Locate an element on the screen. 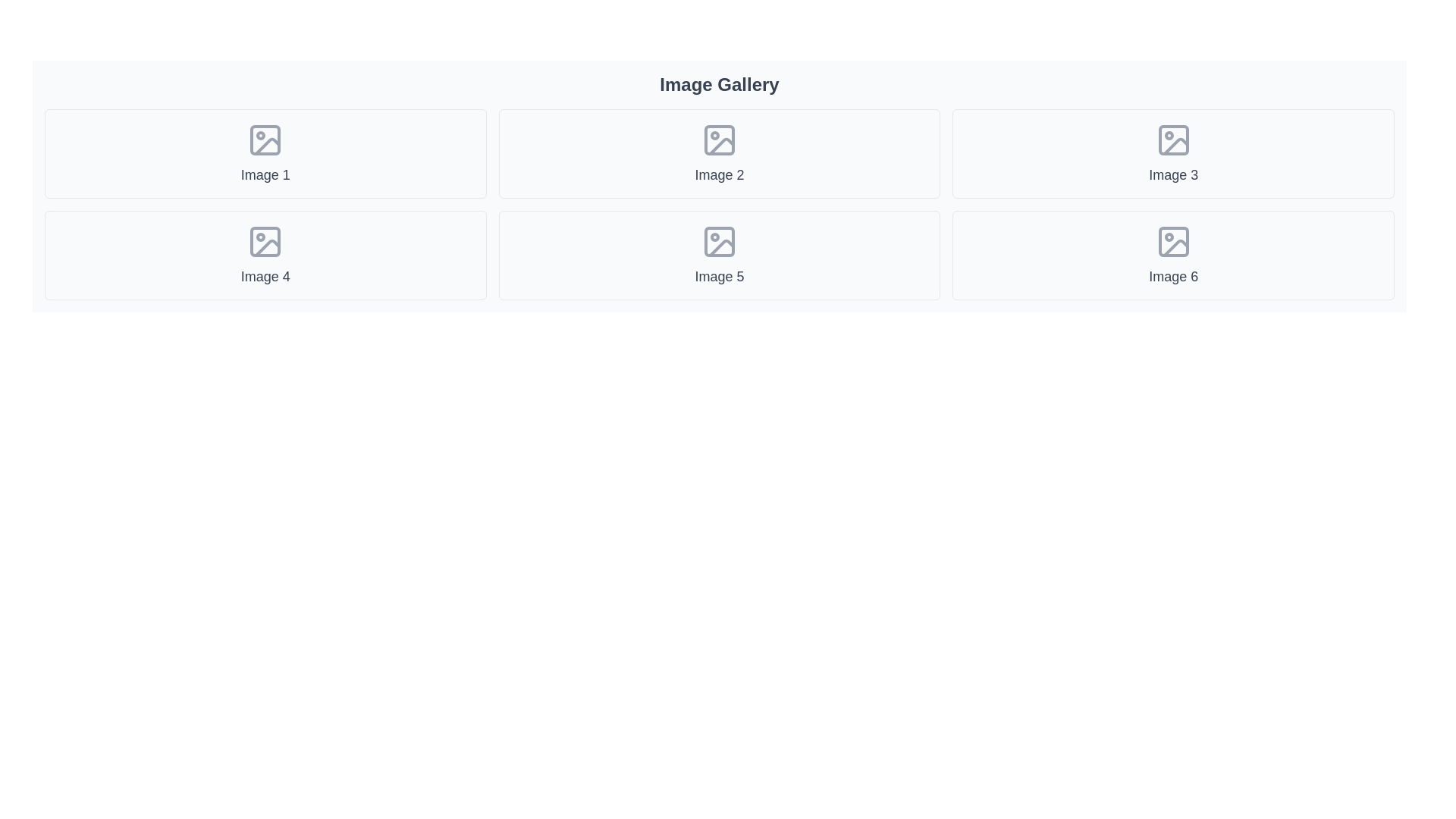 This screenshot has height=819, width=1456. the text and icon grouping labeled 'Image 3' within the bordered, rounded rectangular box is located at coordinates (1172, 154).